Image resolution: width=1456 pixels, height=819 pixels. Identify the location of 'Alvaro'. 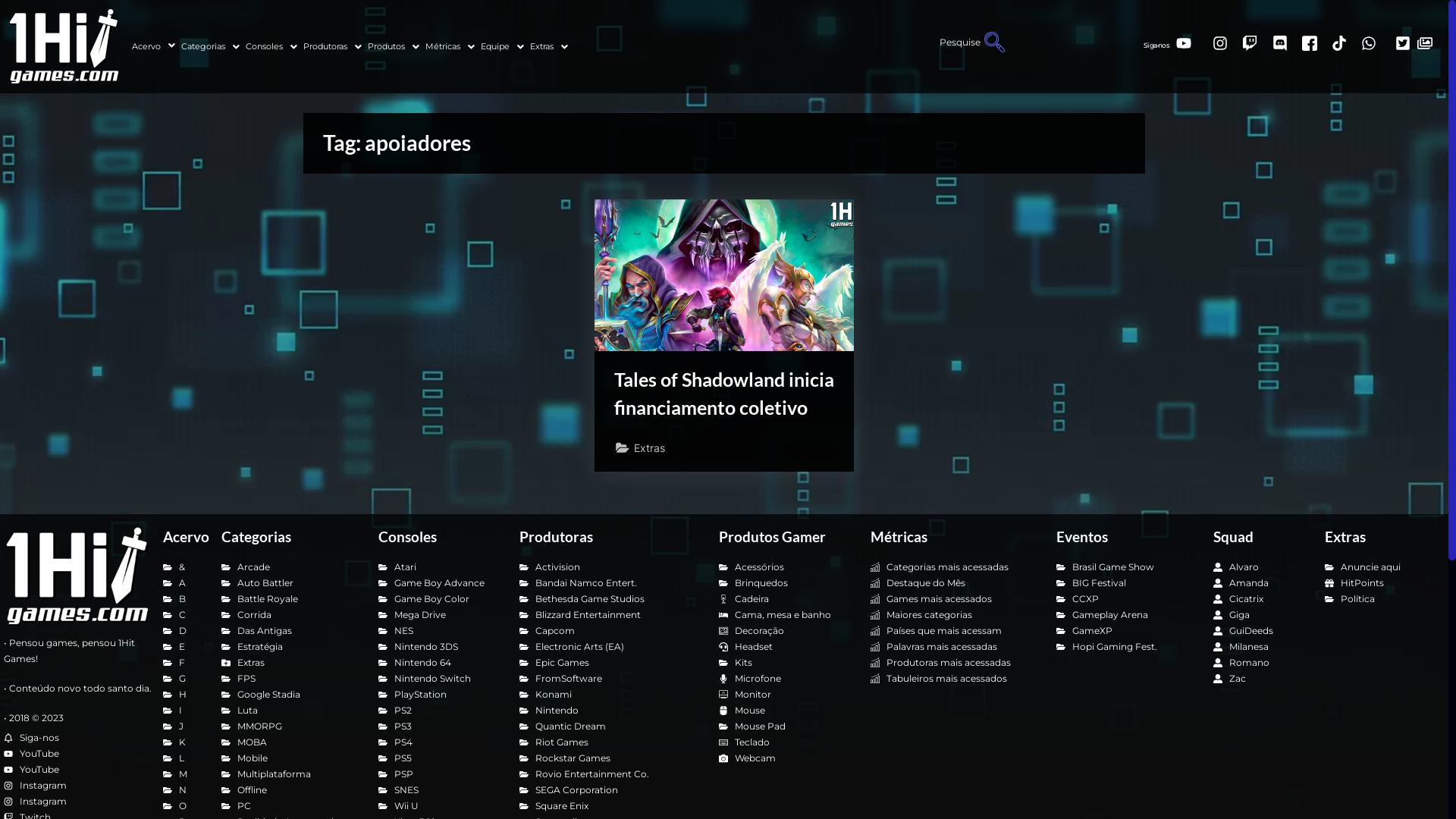
(1212, 566).